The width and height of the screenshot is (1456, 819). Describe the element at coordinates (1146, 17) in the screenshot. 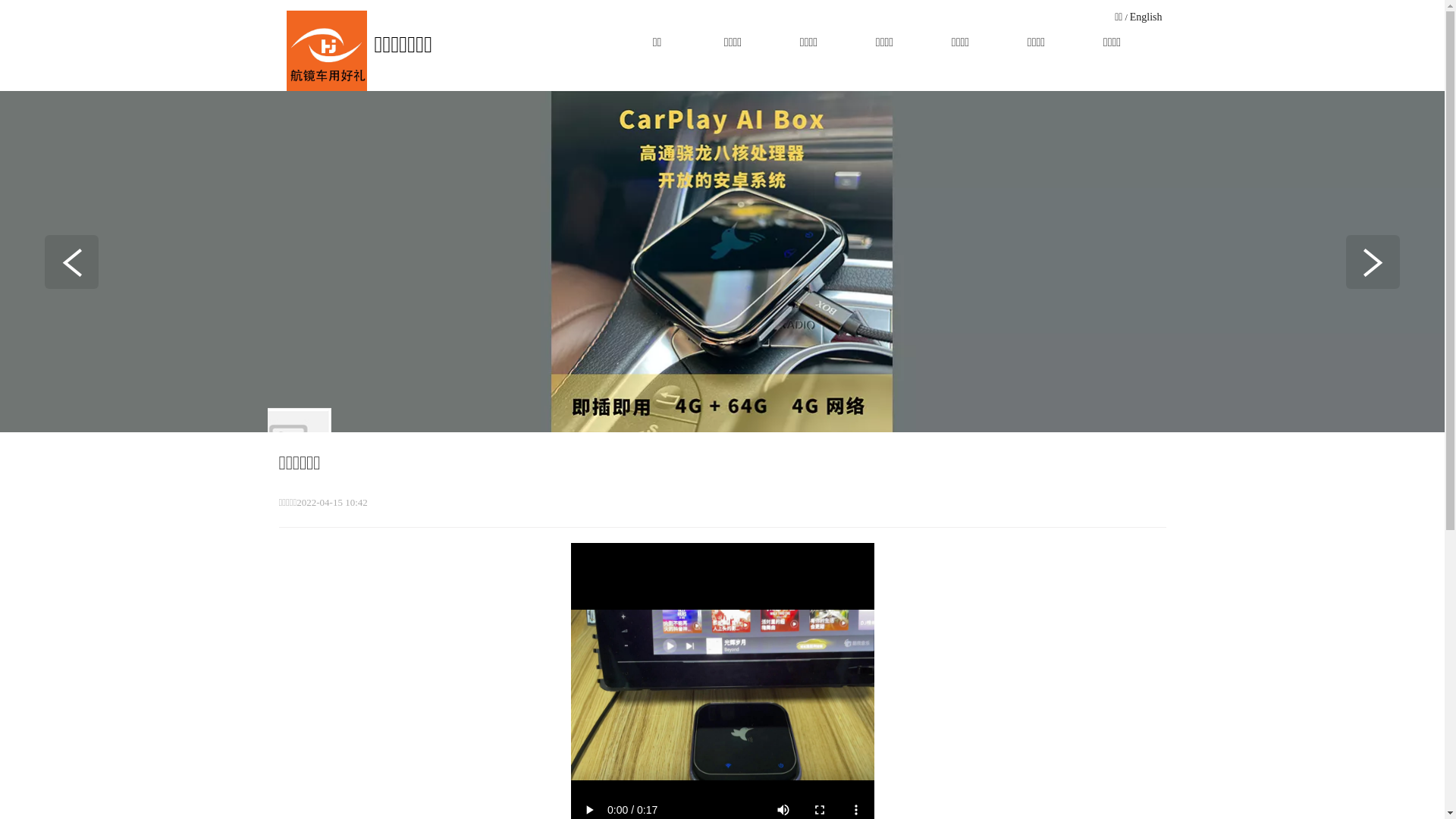

I see `'English'` at that location.